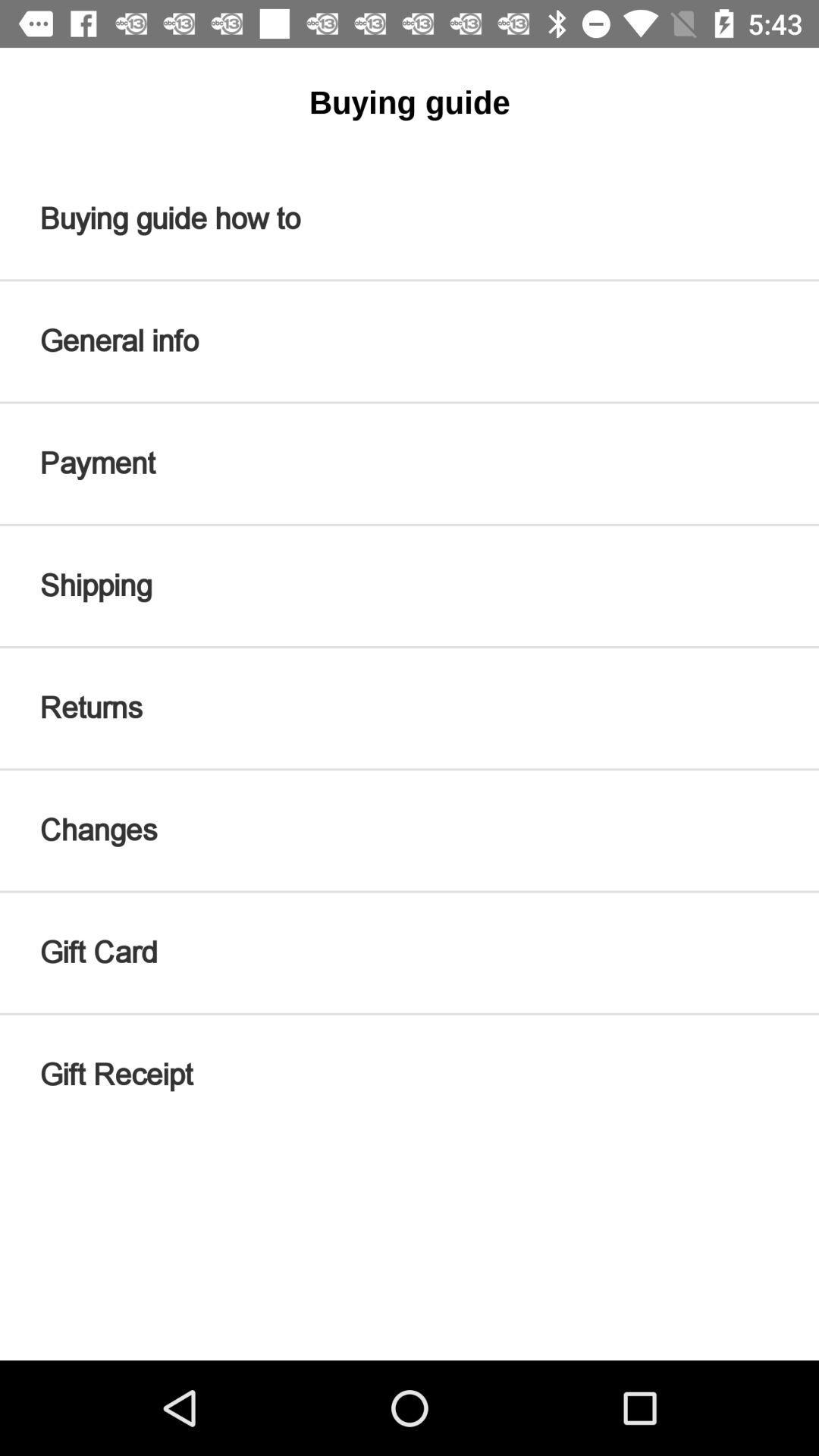 This screenshot has height=1456, width=819. I want to click on gift receipt item, so click(409, 1074).